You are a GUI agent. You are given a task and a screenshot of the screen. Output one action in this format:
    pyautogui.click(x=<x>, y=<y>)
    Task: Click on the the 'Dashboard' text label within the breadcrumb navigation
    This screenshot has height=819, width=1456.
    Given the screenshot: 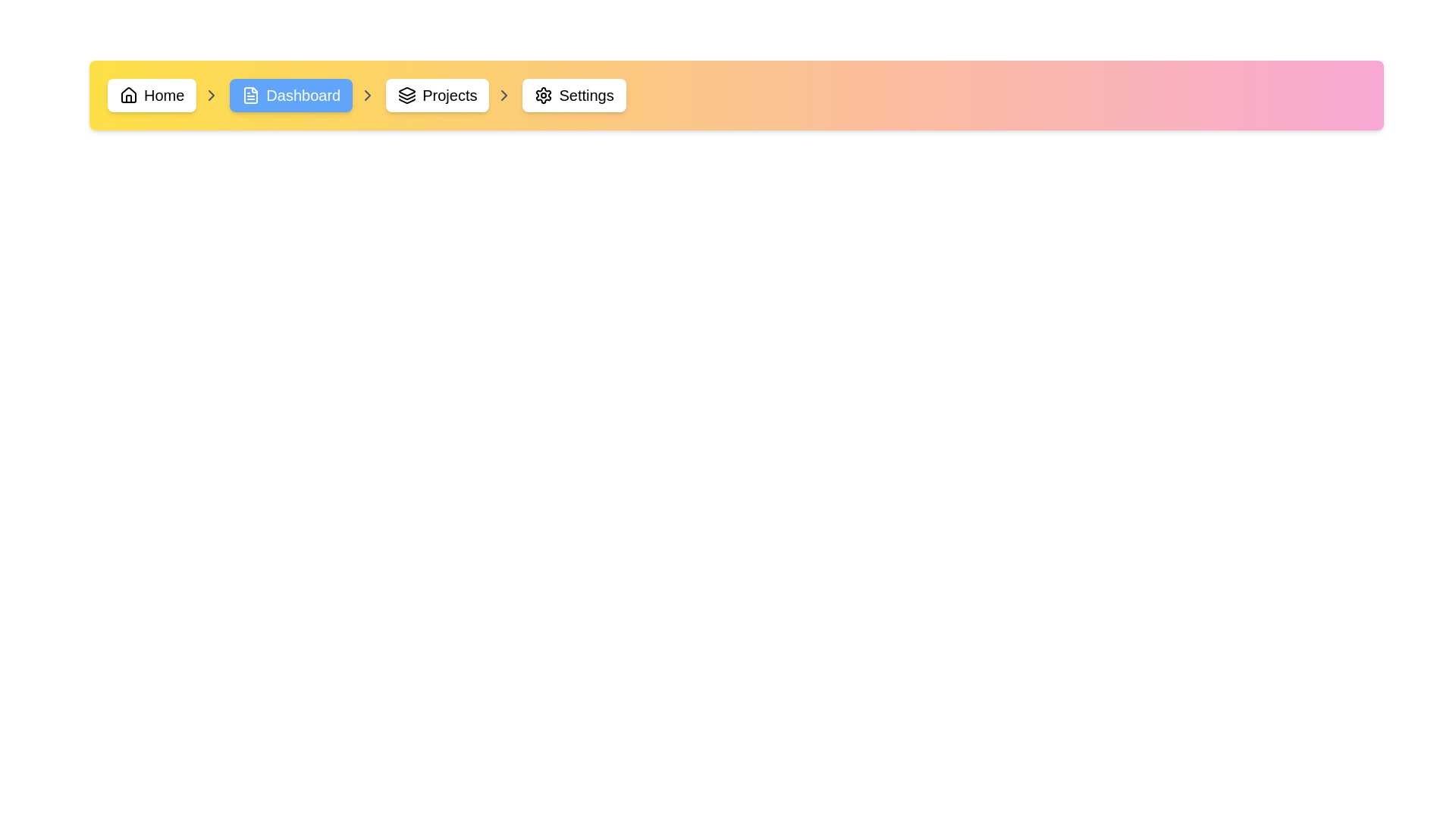 What is the action you would take?
    pyautogui.click(x=303, y=96)
    